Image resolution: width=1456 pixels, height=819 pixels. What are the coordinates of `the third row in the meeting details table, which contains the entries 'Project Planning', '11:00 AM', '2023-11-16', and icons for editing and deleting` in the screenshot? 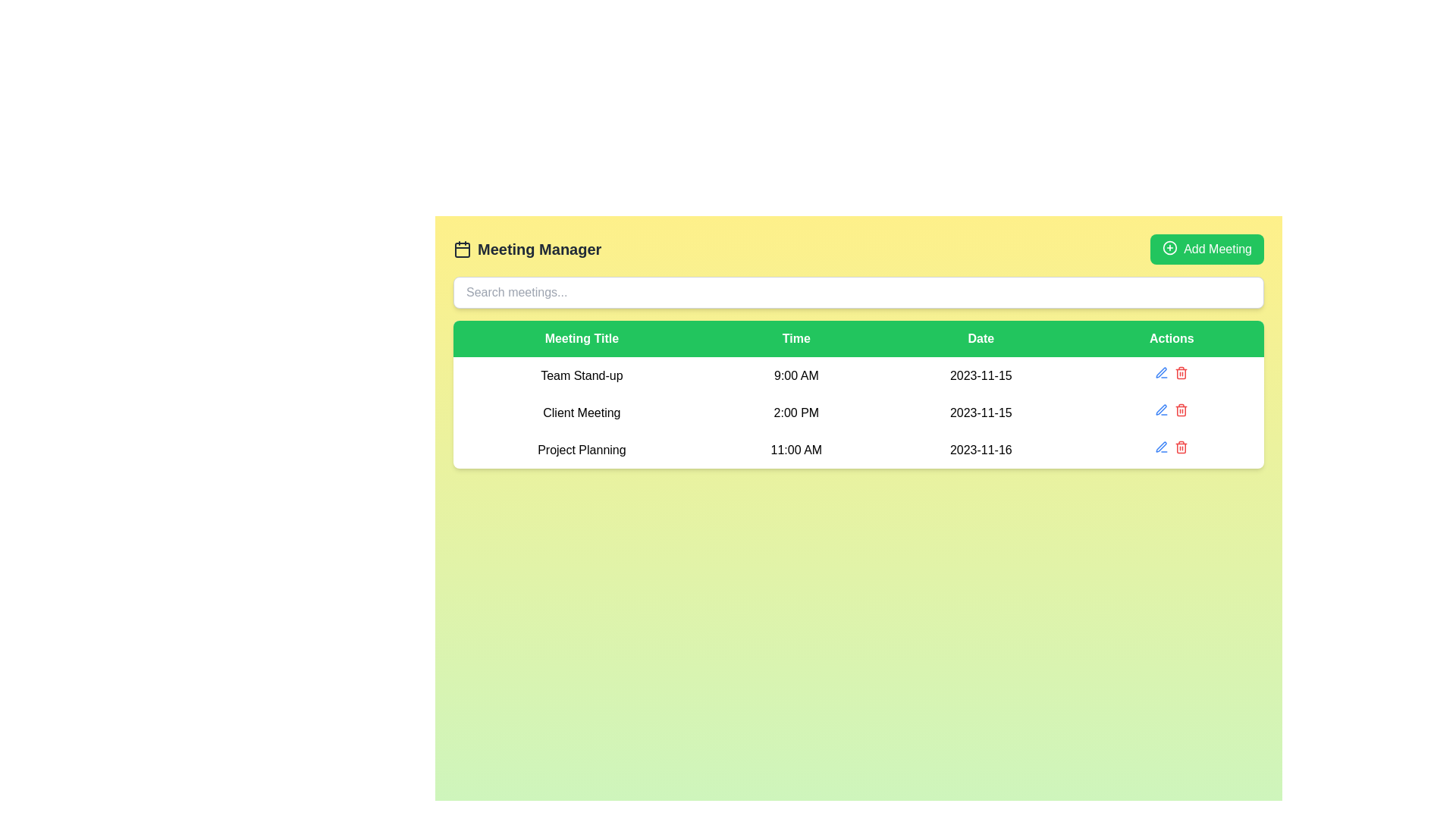 It's located at (858, 449).